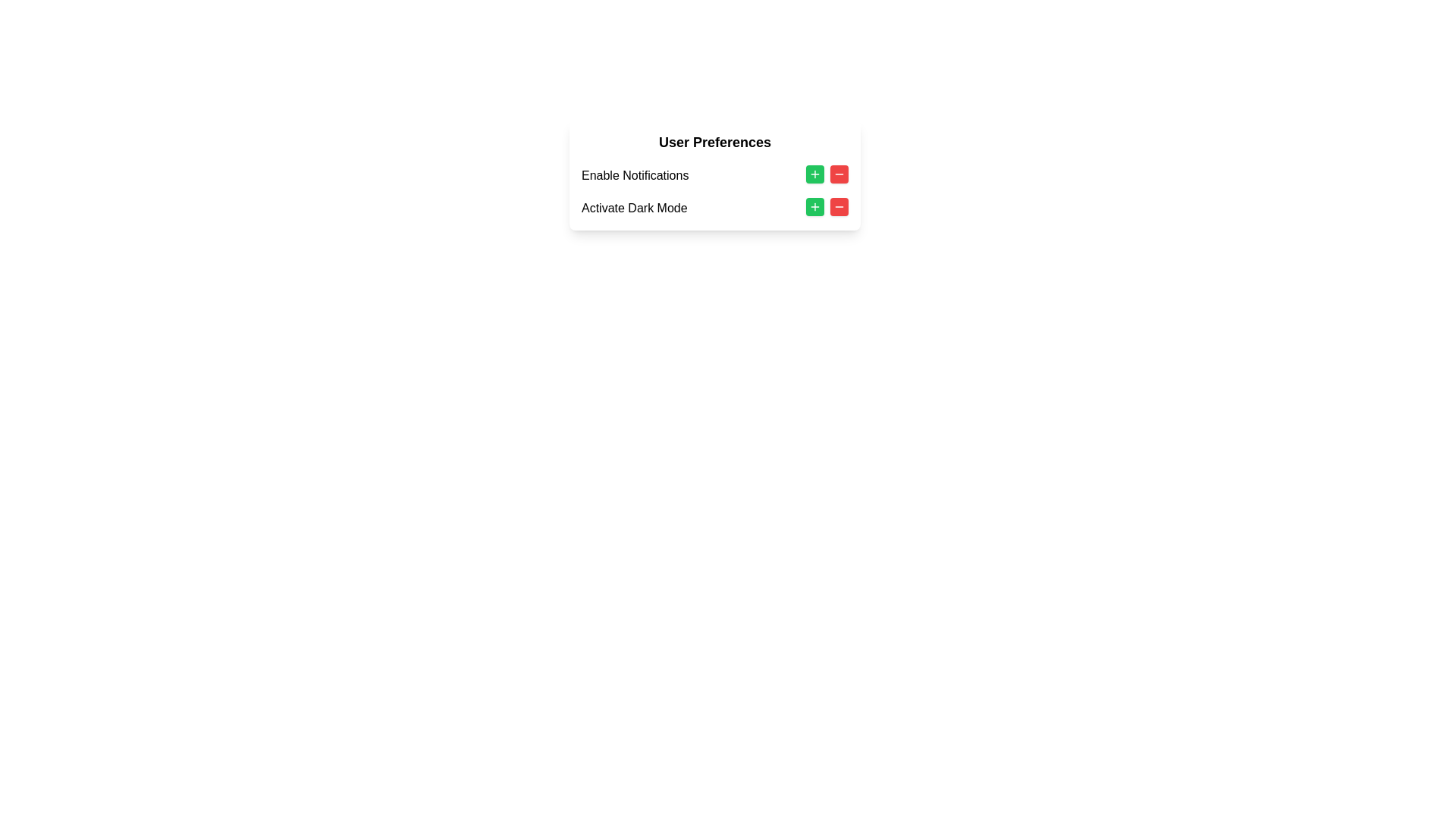 The width and height of the screenshot is (1456, 819). I want to click on the bold, large-sized text label reading 'User Preferences' at the top of the white card with rounded corners and shadow, so click(714, 143).